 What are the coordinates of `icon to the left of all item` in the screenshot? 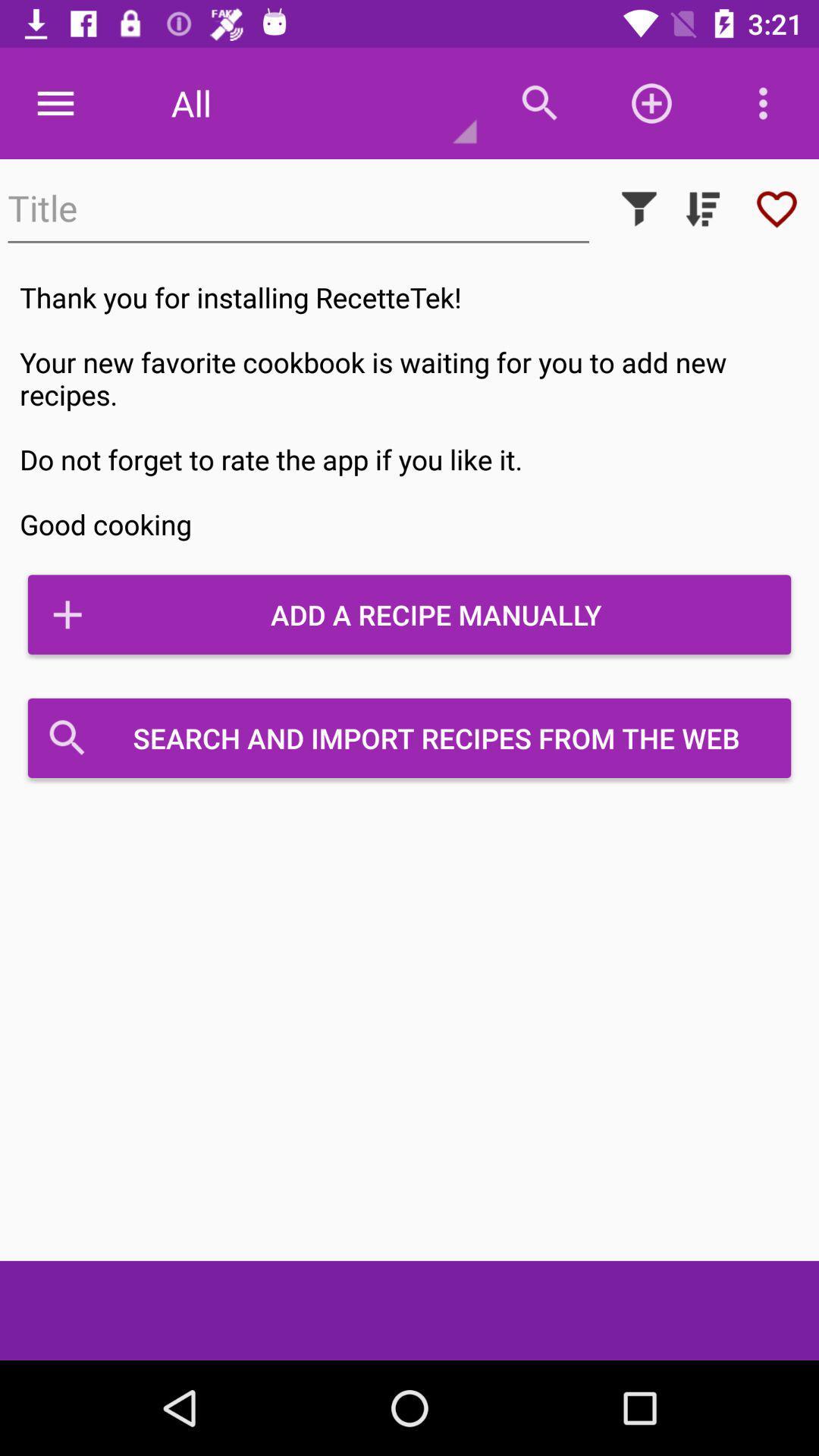 It's located at (55, 102).